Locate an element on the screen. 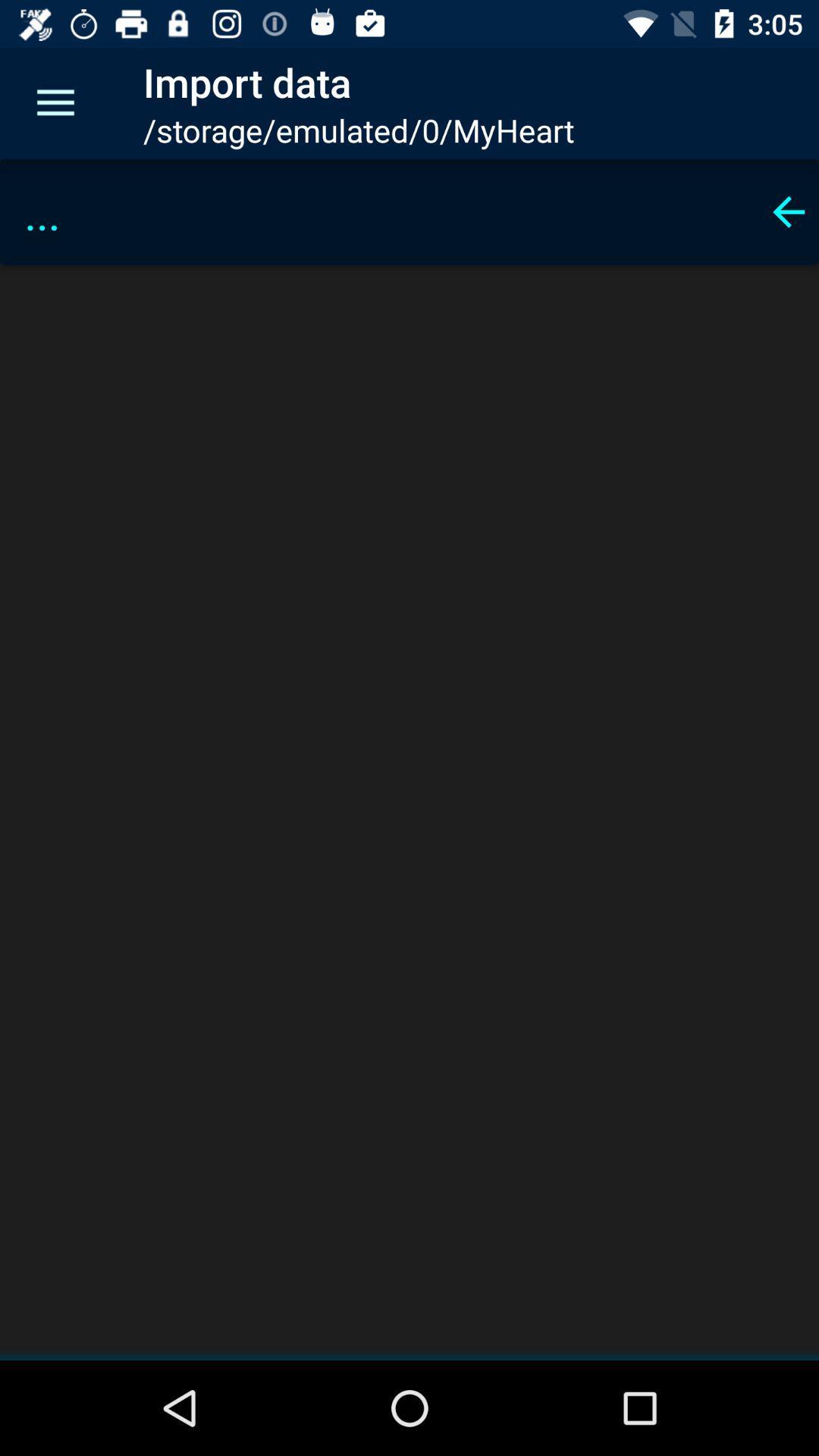 This screenshot has width=819, height=1456. the icon next to import data is located at coordinates (55, 102).